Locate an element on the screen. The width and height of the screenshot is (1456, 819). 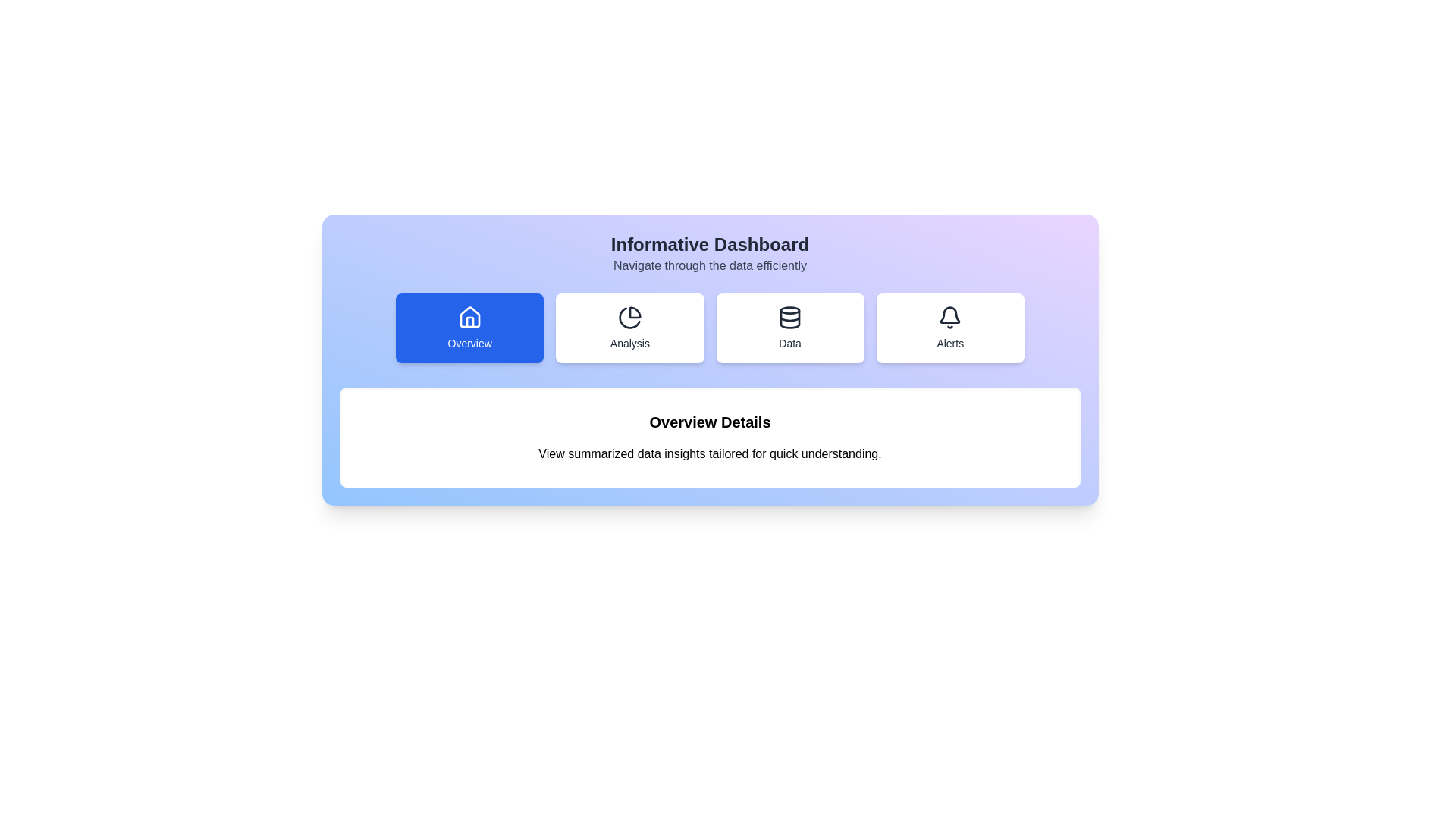
the text label that indicates the alerts card, located under the bell icon in the fourth card of the navigation options is located at coordinates (949, 343).